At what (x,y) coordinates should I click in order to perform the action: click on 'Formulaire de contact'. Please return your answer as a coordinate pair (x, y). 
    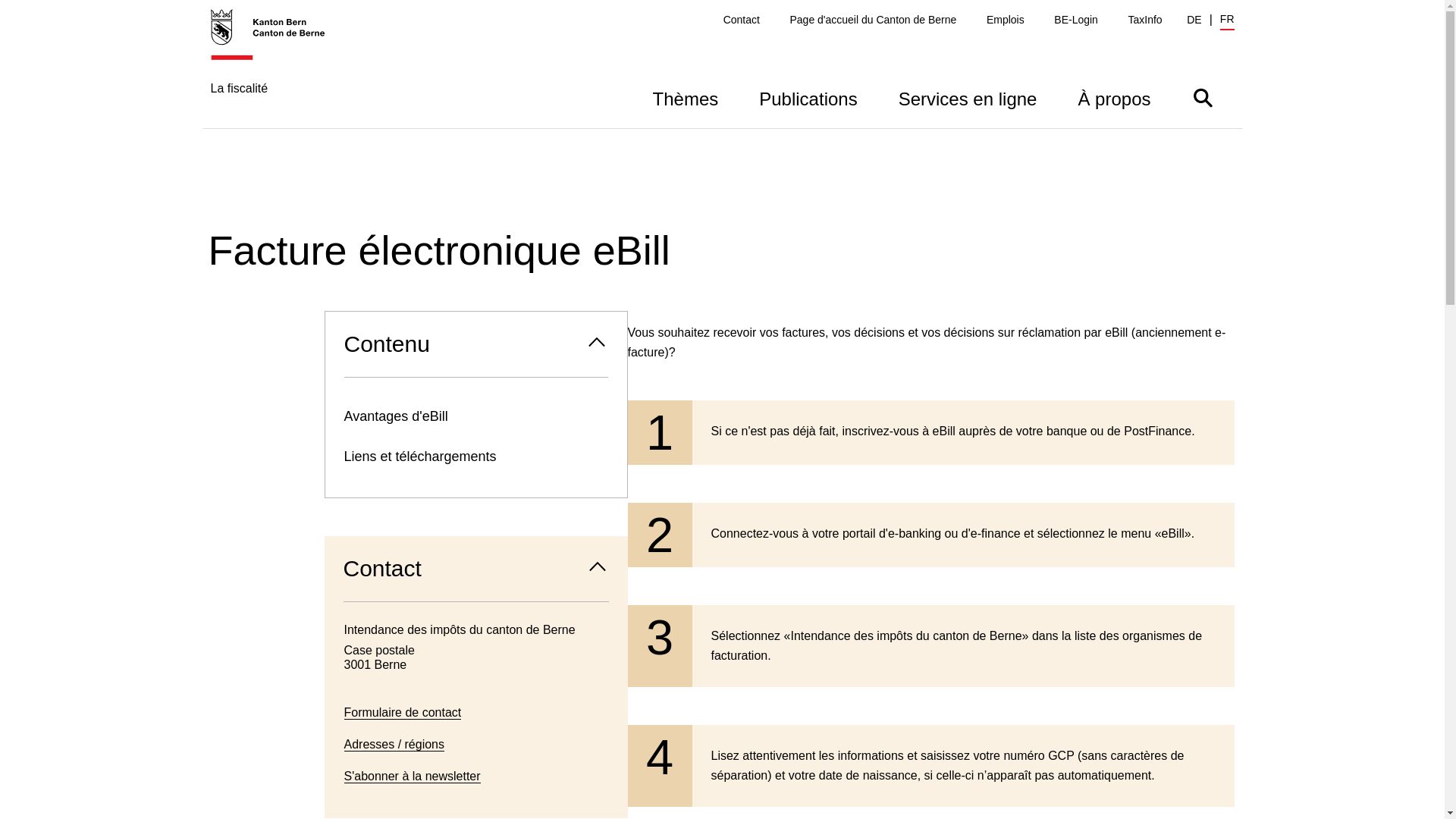
    Looking at the image, I should click on (403, 713).